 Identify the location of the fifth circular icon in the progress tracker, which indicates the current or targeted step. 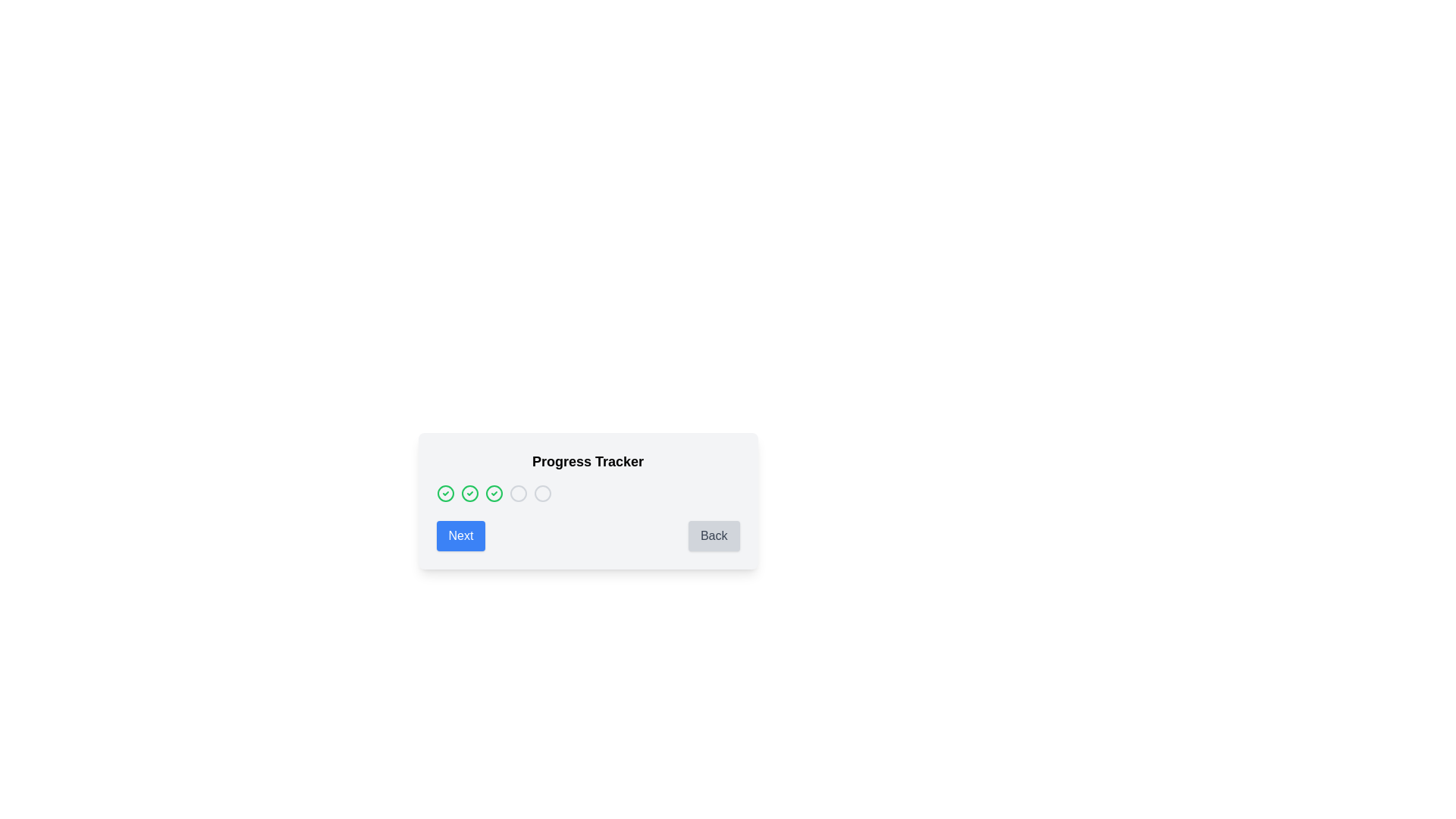
(542, 494).